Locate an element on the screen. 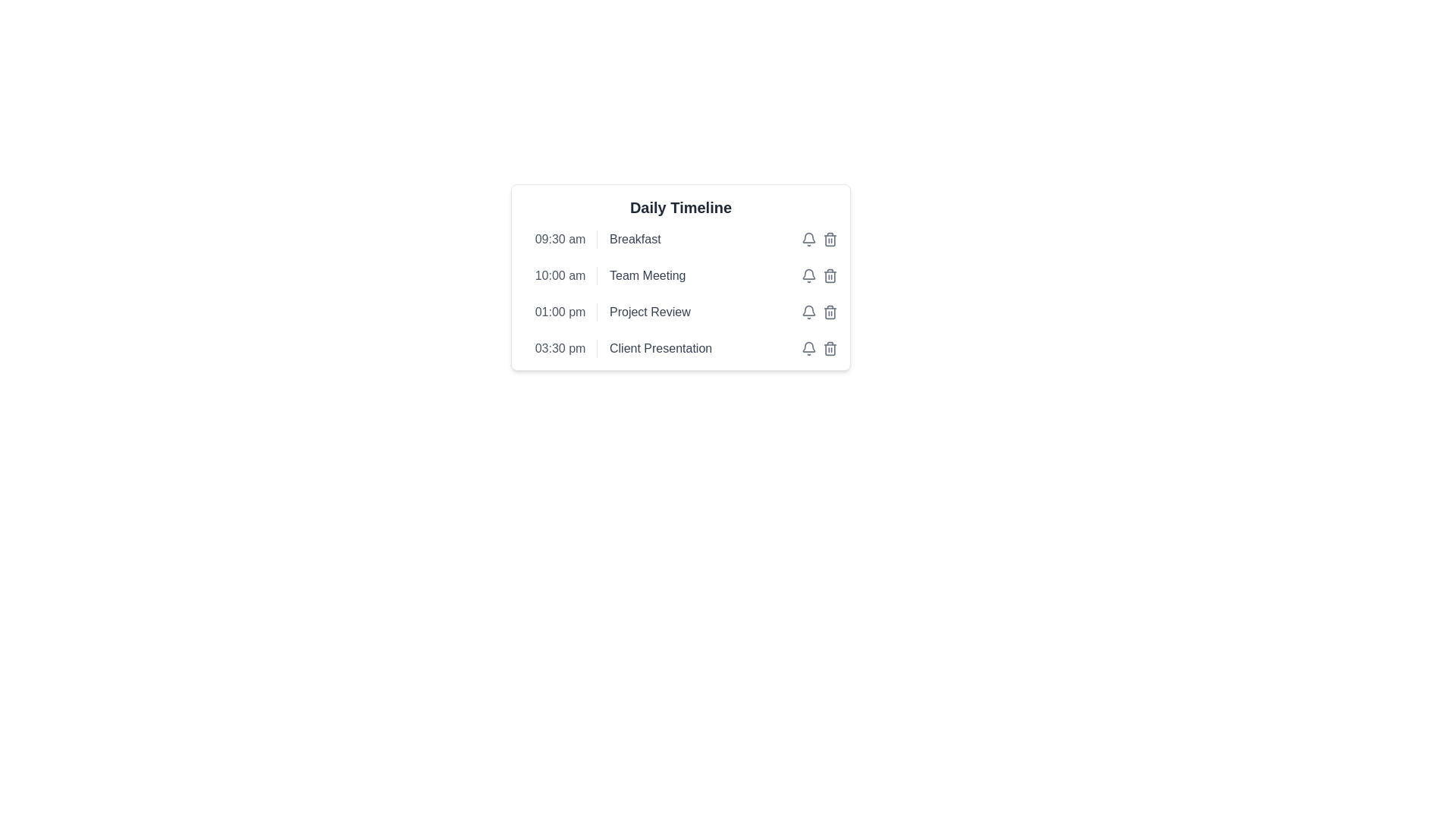  the small gray trash can icon that turns red on hover is located at coordinates (829, 275).